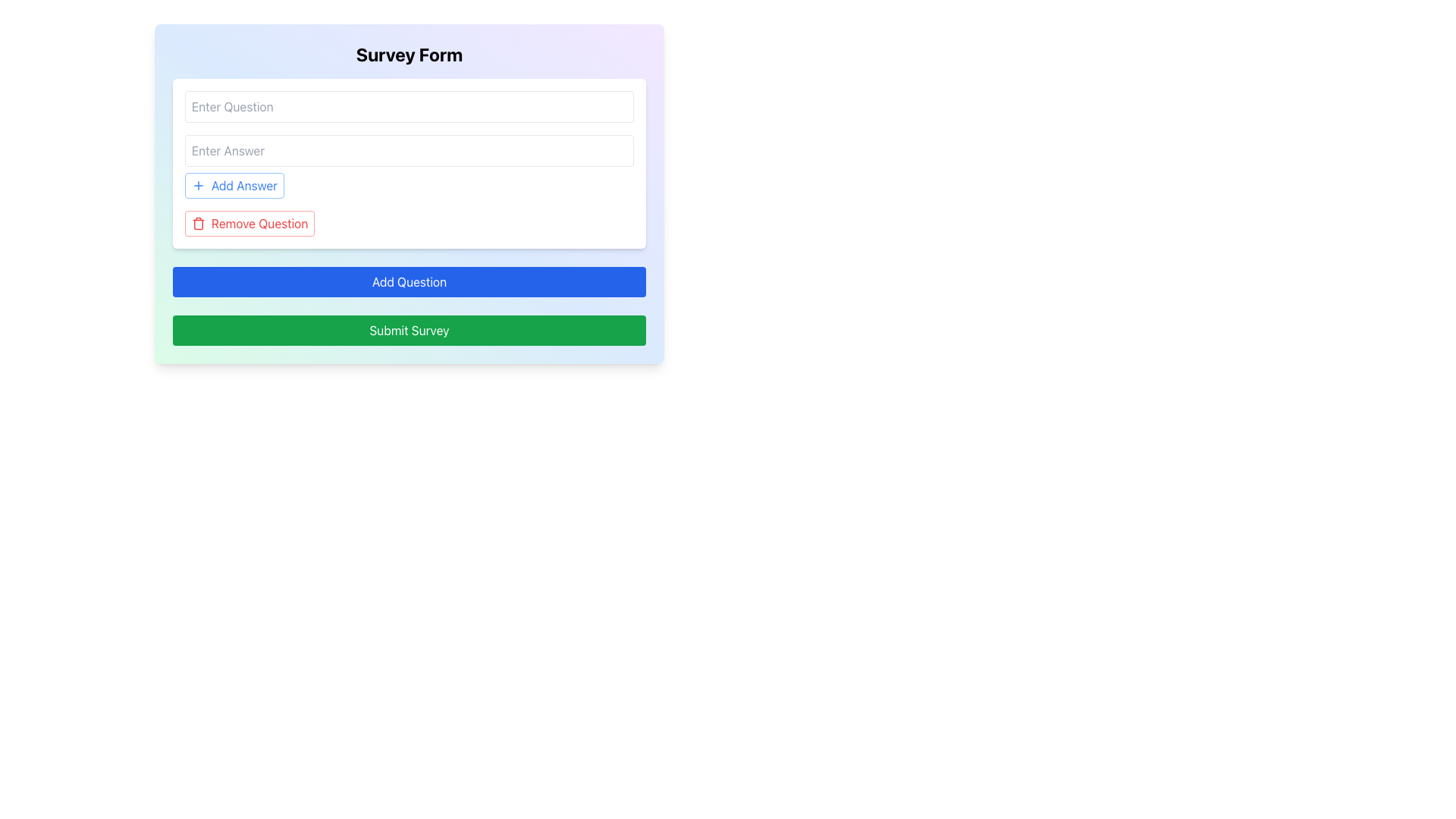 The image size is (1456, 819). What do you see at coordinates (198, 223) in the screenshot?
I see `the 'Remove Question' button icon` at bounding box center [198, 223].